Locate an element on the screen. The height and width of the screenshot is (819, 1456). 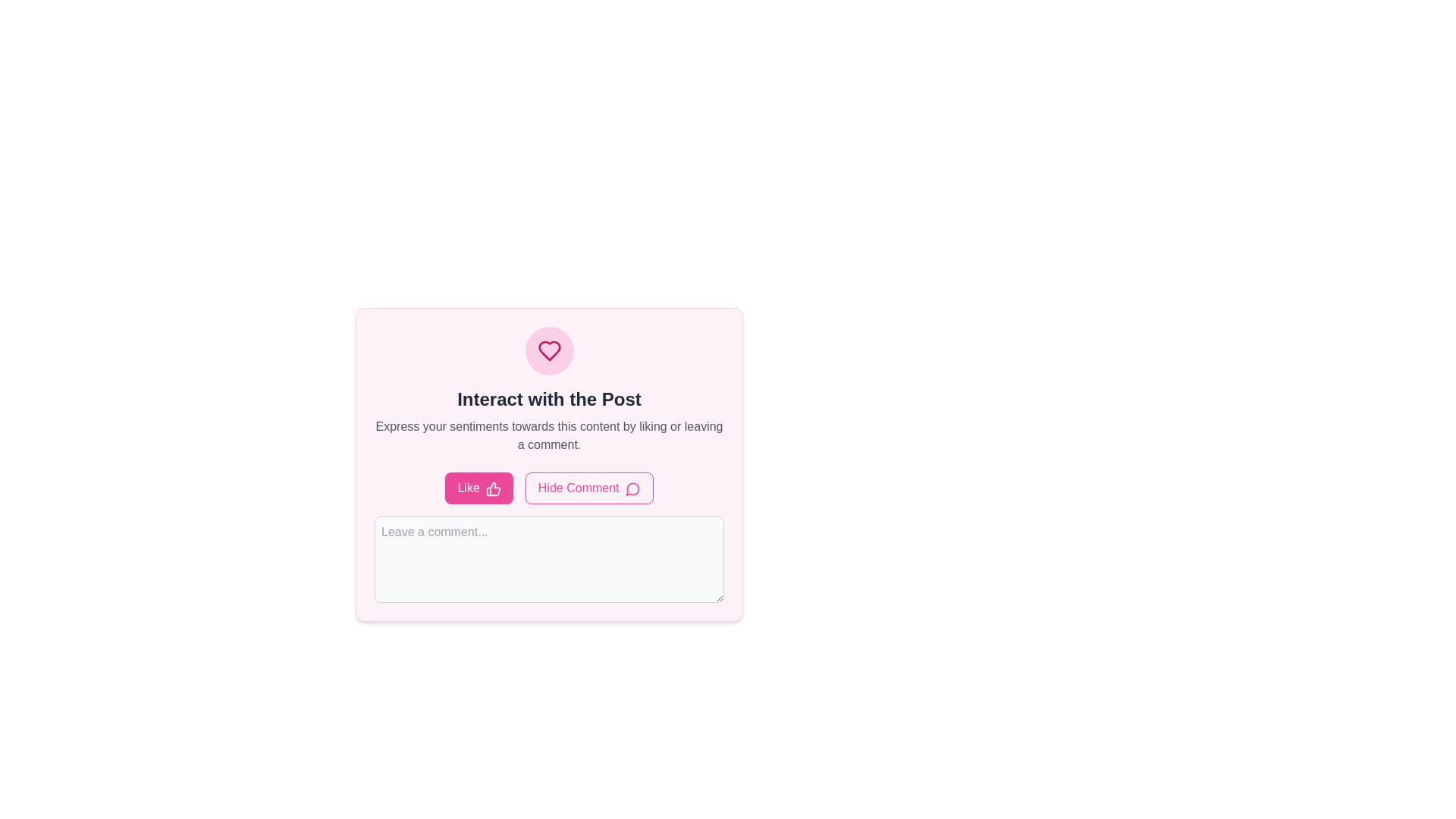
the distinctive circular button with a pink background and heart icon, positioned above the text 'Interact with the Post.' is located at coordinates (548, 350).